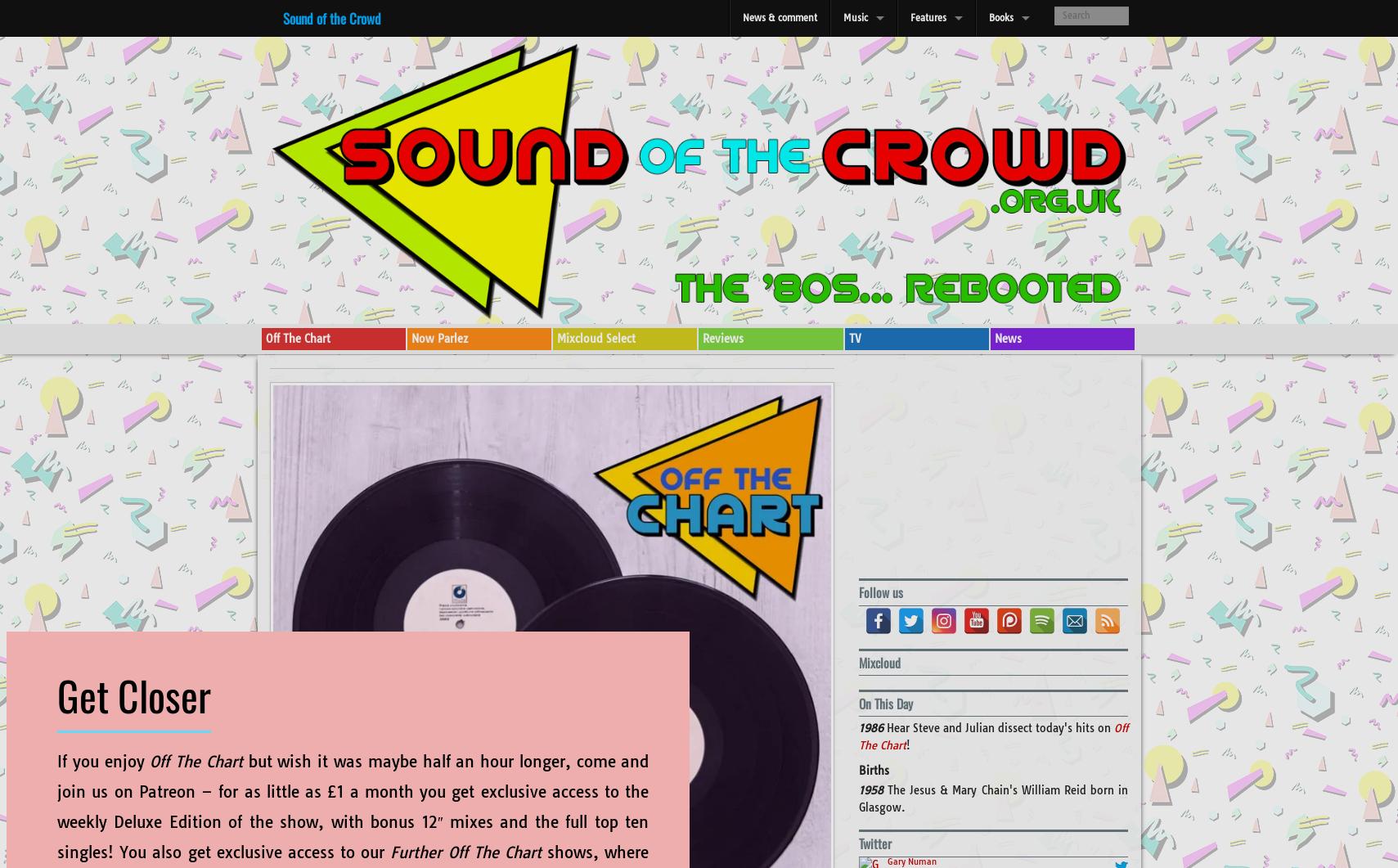  What do you see at coordinates (870, 726) in the screenshot?
I see `'1986'` at bounding box center [870, 726].